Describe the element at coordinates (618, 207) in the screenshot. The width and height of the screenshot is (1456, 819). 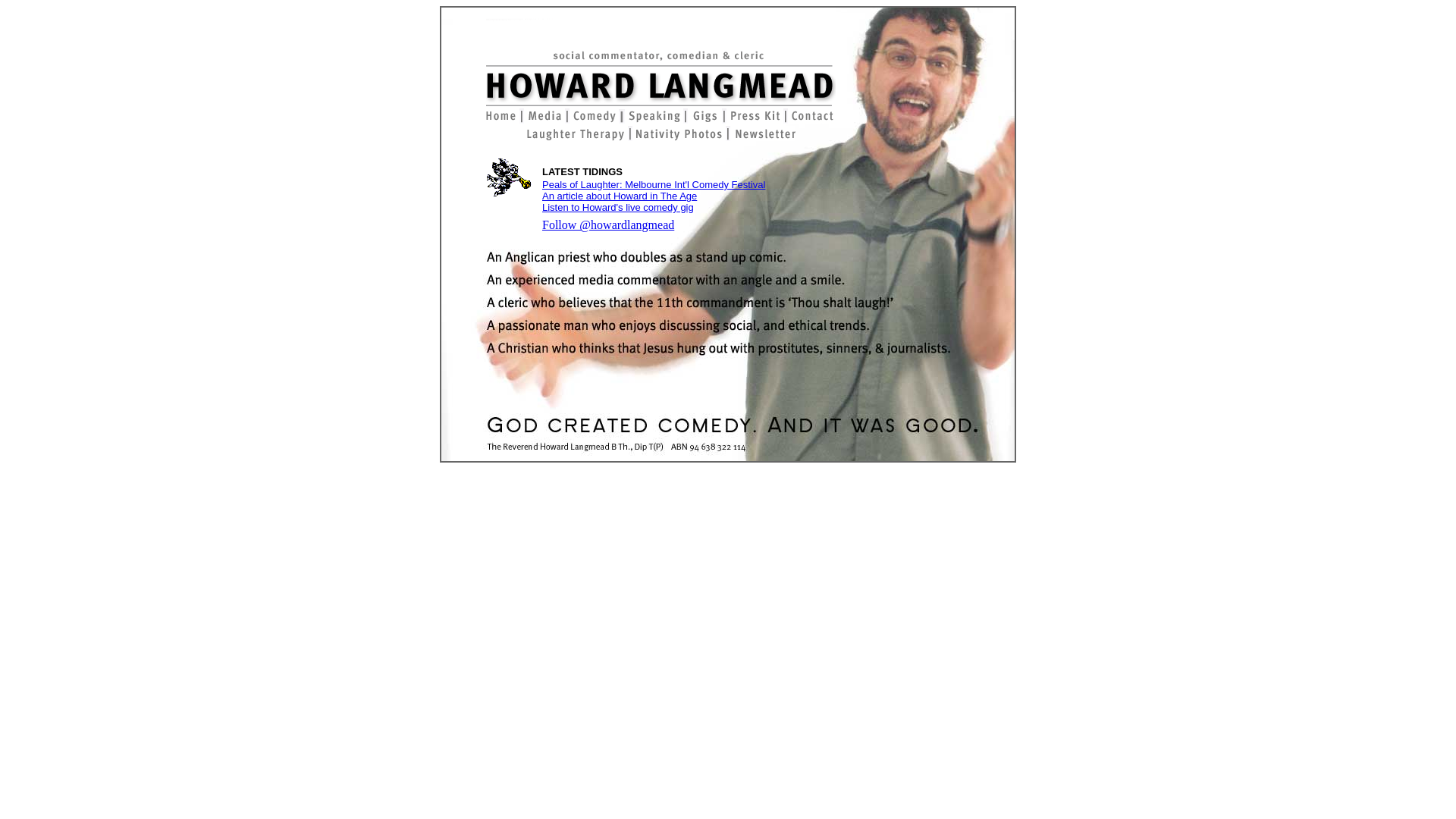
I see `'Listen to Howard's live comedy gig'` at that location.